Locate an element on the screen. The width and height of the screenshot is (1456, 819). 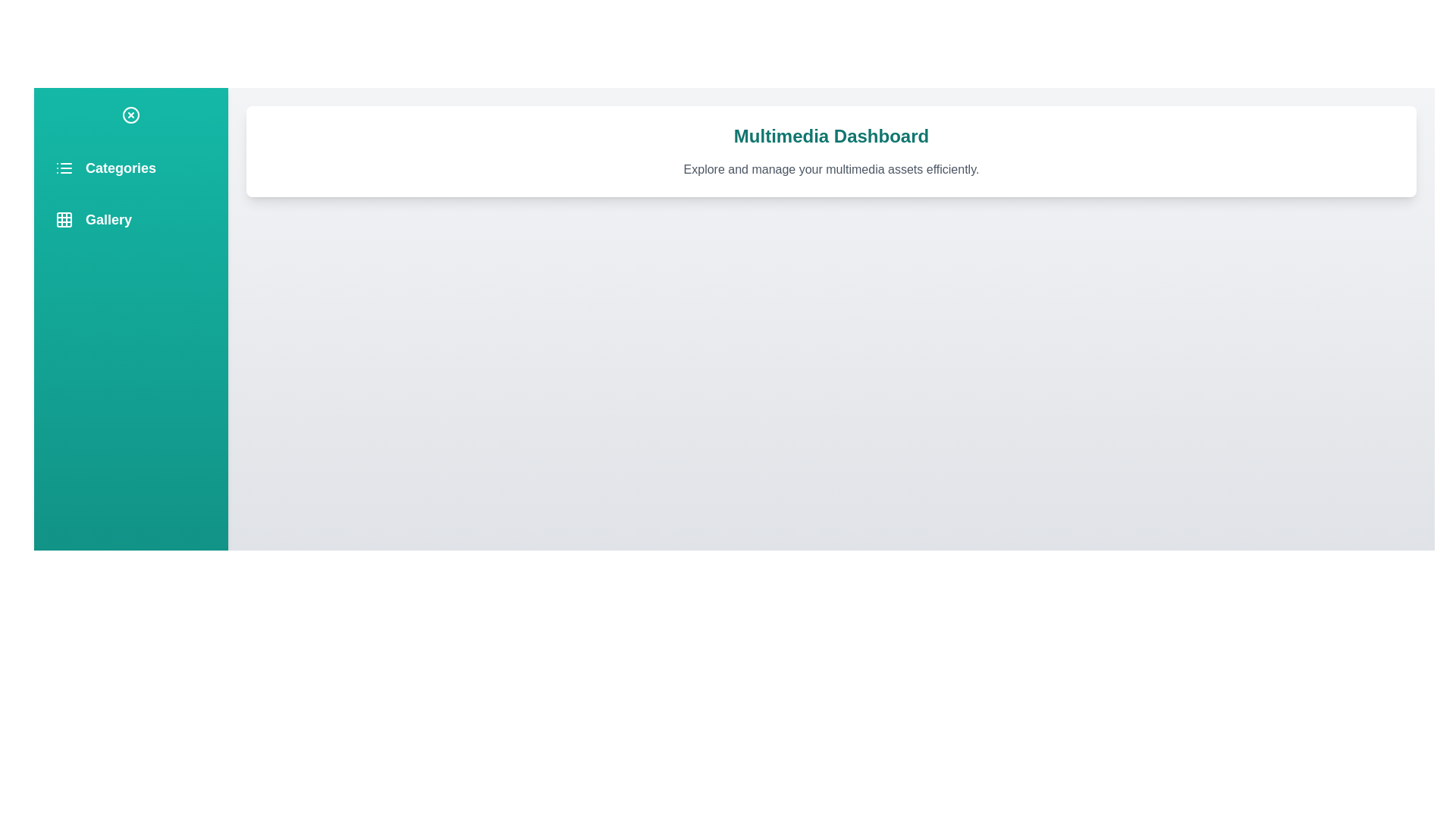
the menu item Gallery from the sidebar is located at coordinates (130, 219).